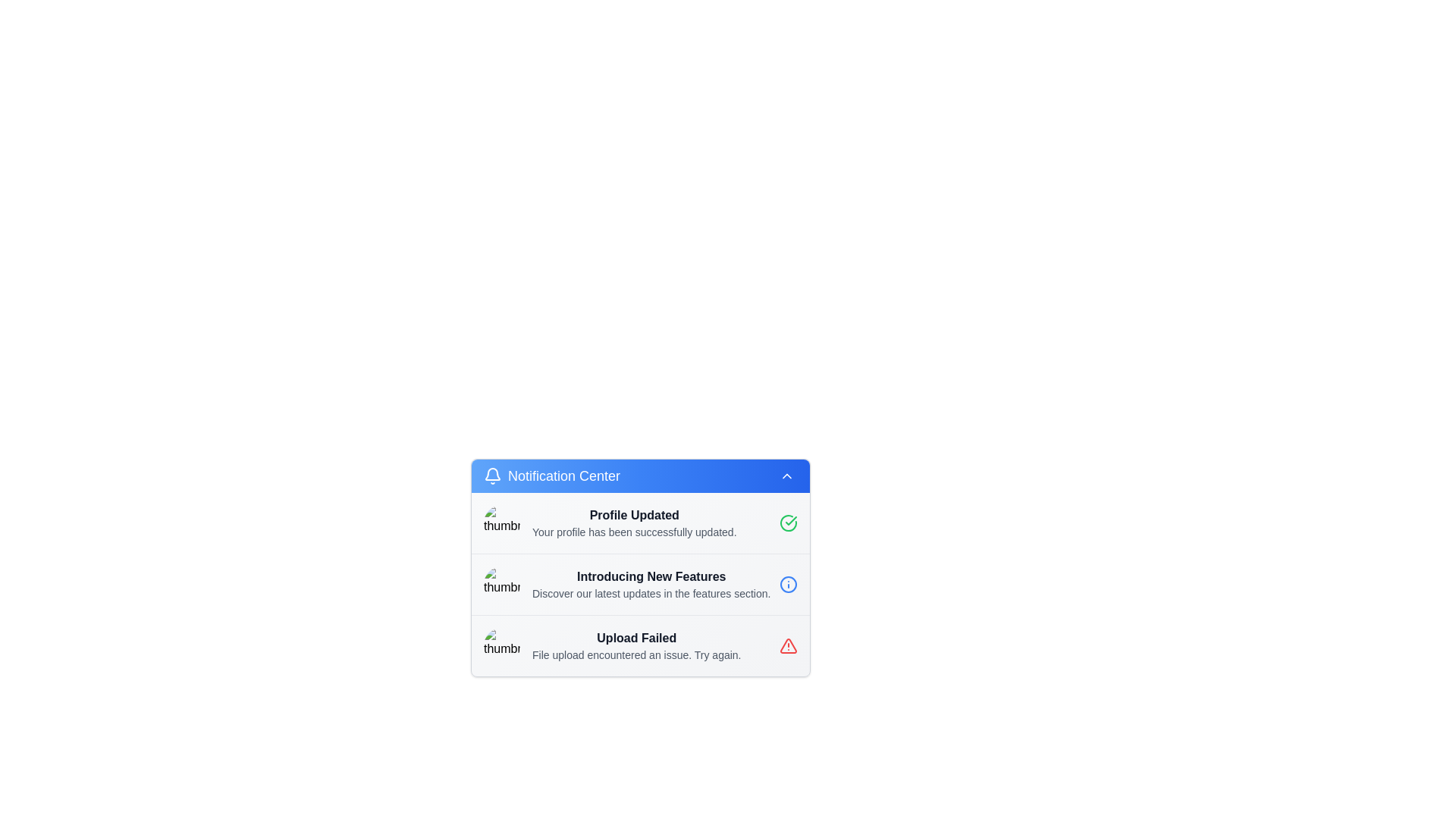 The image size is (1456, 819). What do you see at coordinates (789, 646) in the screenshot?
I see `the alert icon in the upper-right corner of the 'Upload Failed' notification, which visually indicates an issue or error` at bounding box center [789, 646].